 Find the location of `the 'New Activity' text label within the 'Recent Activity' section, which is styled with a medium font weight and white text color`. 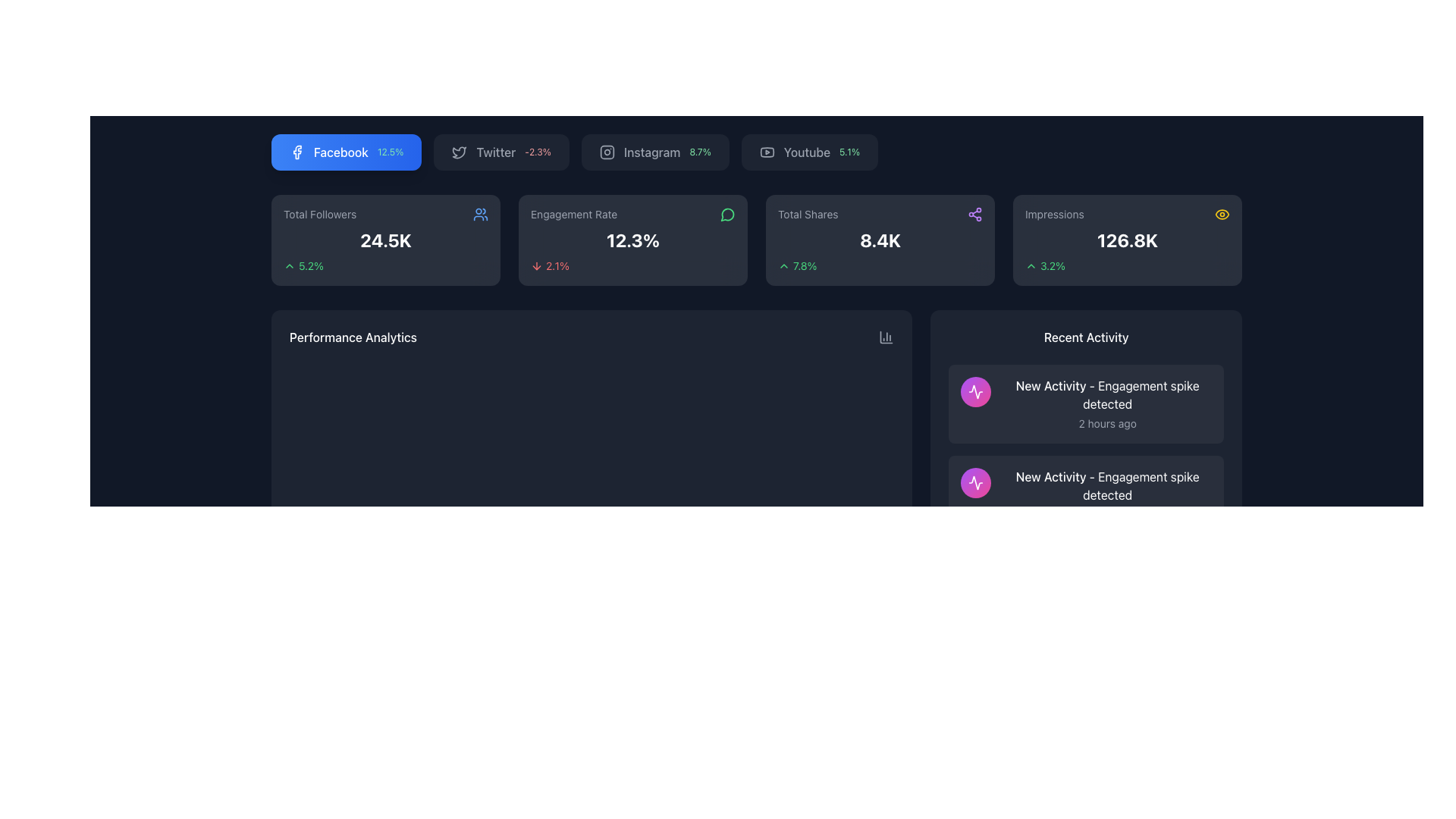

the 'New Activity' text label within the 'Recent Activity' section, which is styled with a medium font weight and white text color is located at coordinates (1050, 475).